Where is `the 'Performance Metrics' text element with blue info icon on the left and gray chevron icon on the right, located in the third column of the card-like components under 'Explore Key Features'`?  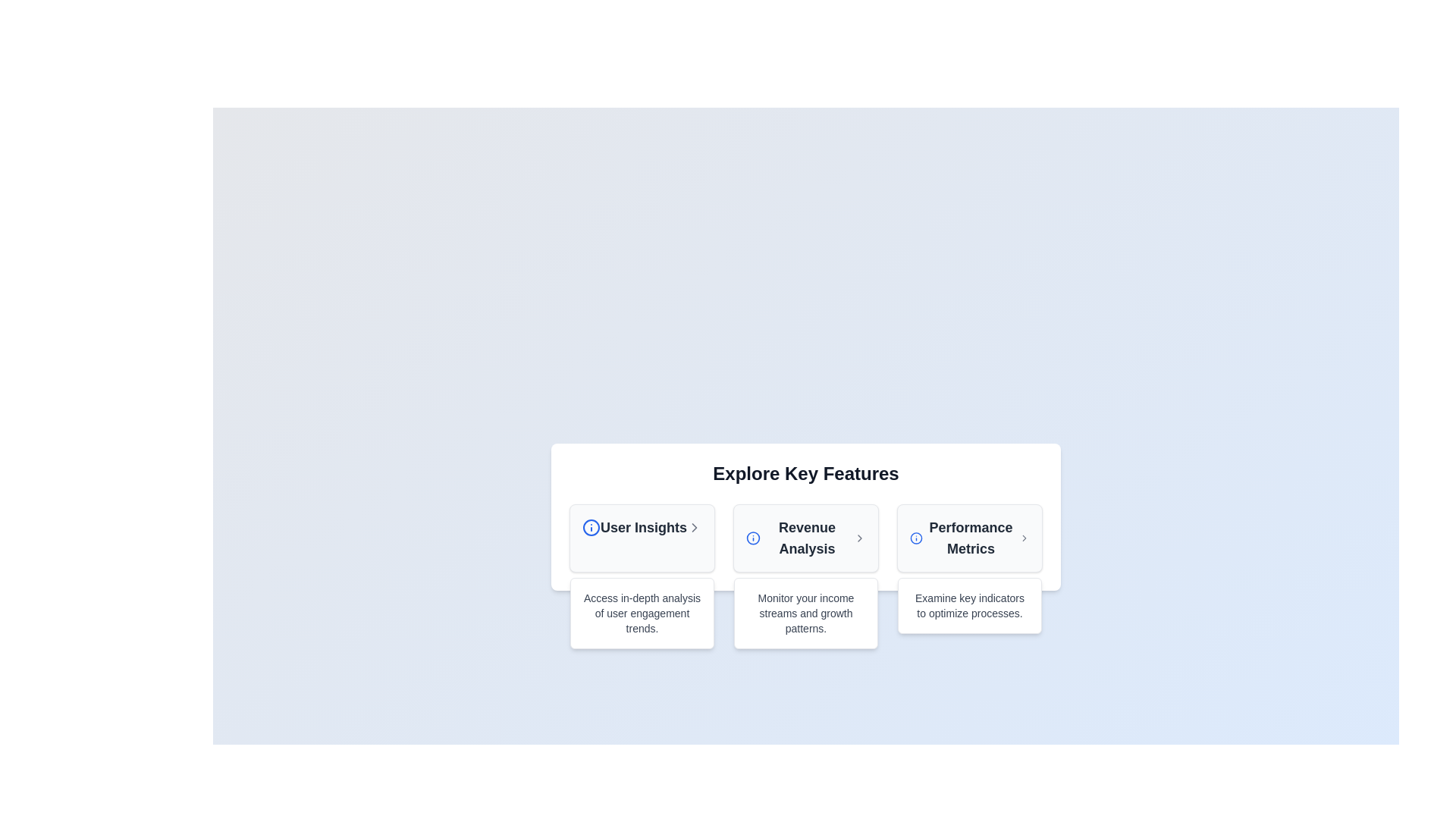 the 'Performance Metrics' text element with blue info icon on the left and gray chevron icon on the right, located in the third column of the card-like components under 'Explore Key Features' is located at coordinates (968, 537).